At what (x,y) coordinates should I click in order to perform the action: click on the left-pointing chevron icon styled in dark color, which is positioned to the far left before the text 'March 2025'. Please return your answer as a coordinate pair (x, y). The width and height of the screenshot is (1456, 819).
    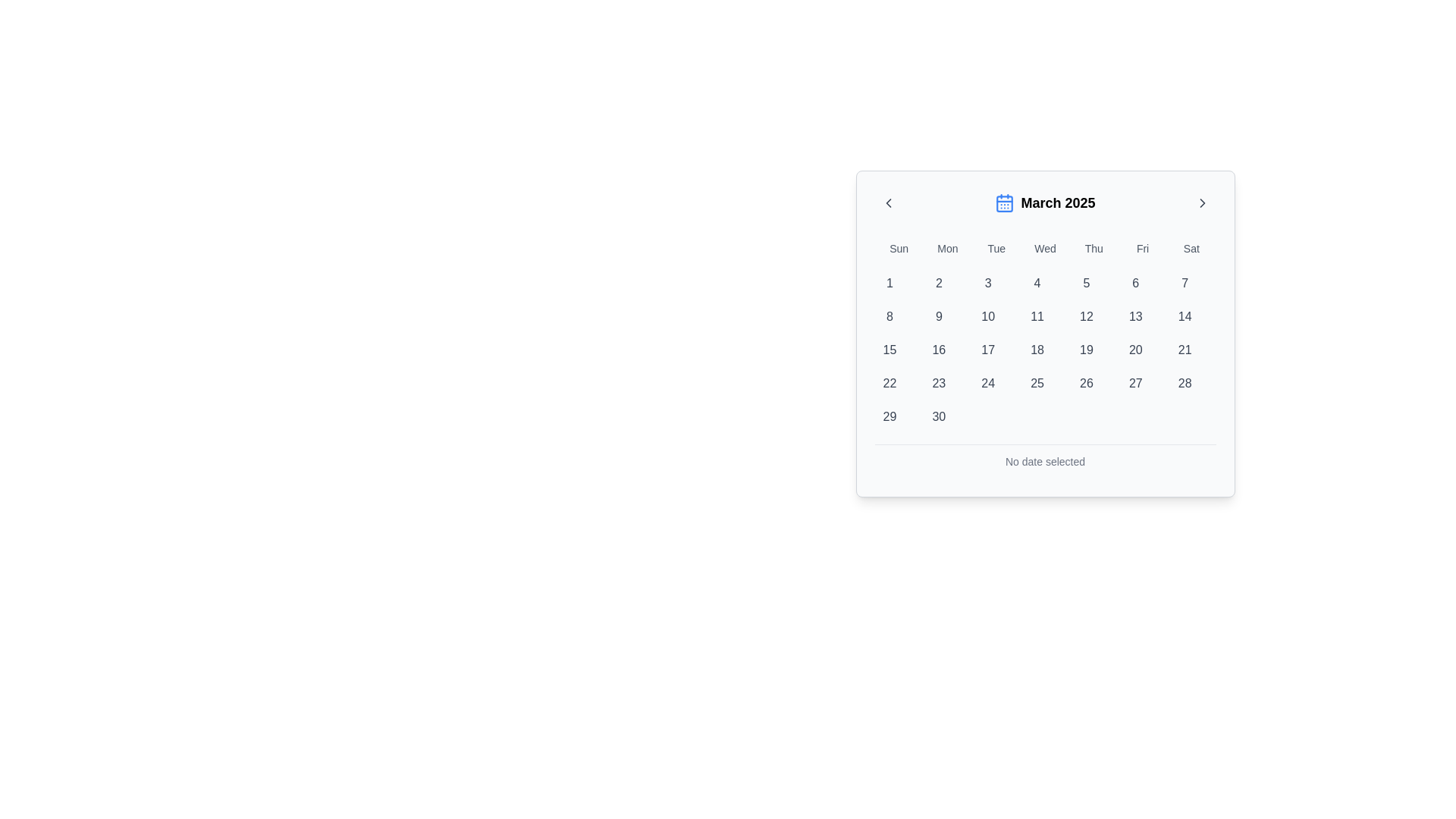
    Looking at the image, I should click on (888, 202).